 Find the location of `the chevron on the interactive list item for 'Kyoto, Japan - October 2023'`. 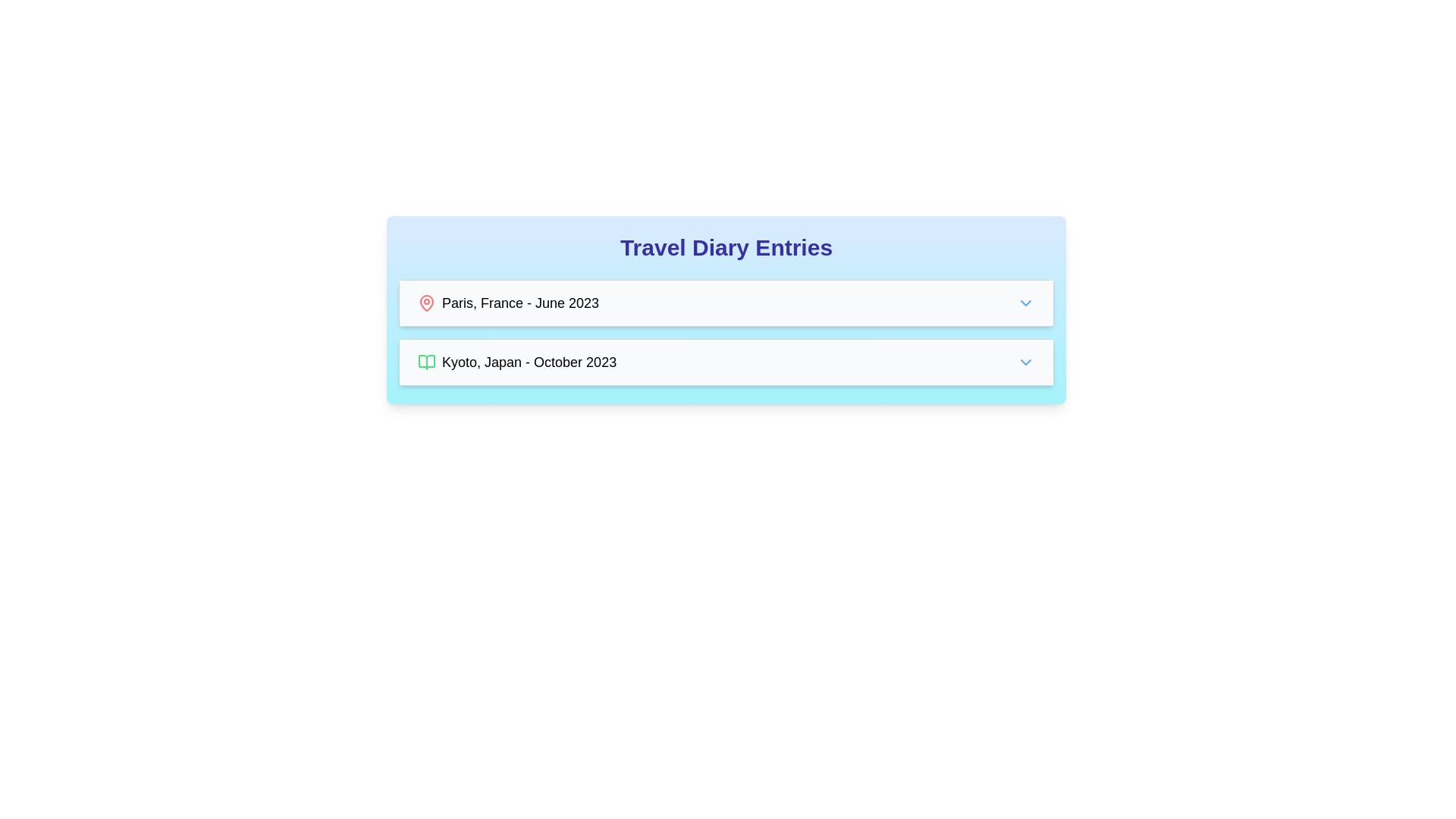

the chevron on the interactive list item for 'Kyoto, Japan - October 2023' is located at coordinates (726, 362).